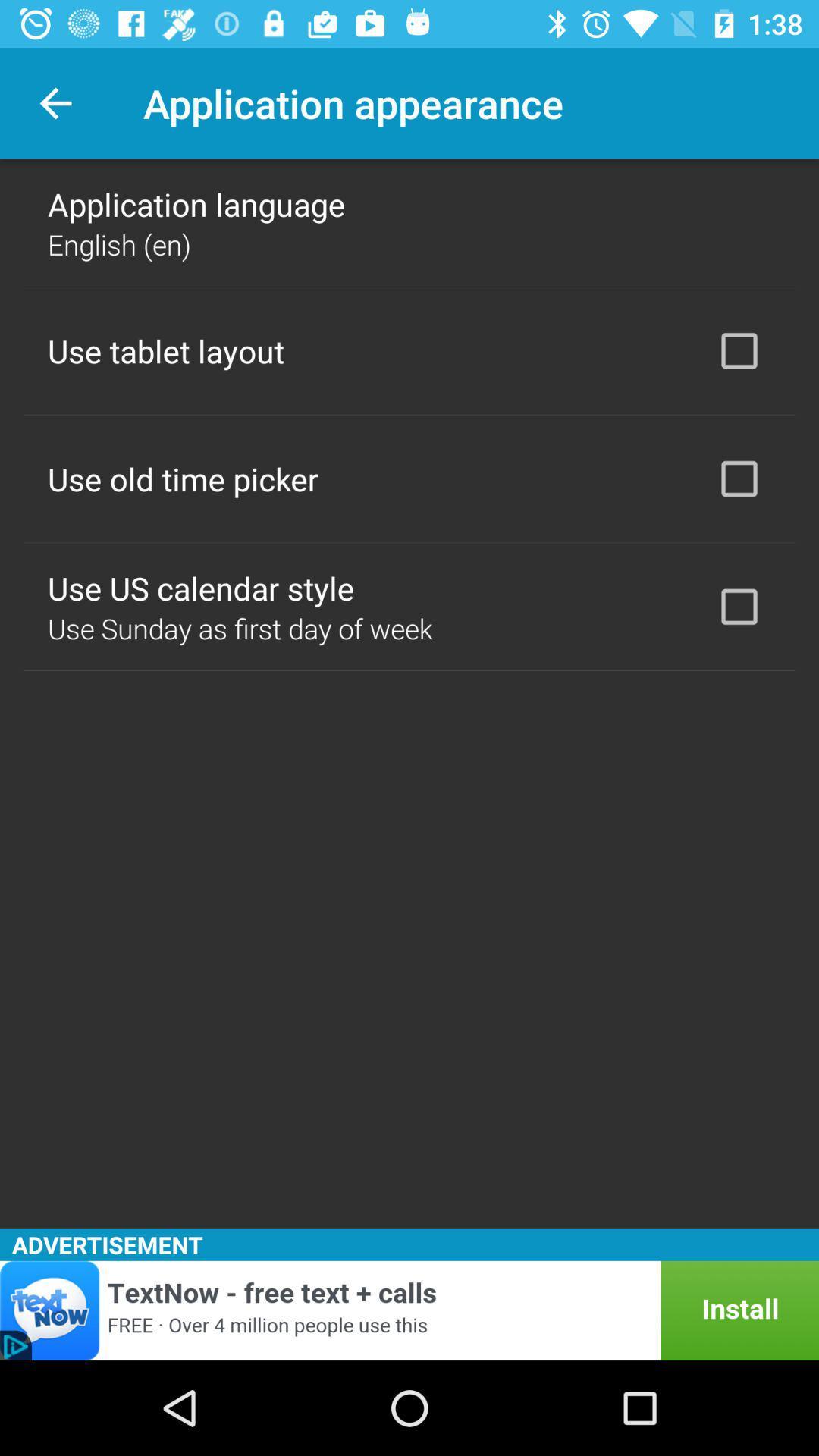 This screenshot has width=819, height=1456. What do you see at coordinates (55, 102) in the screenshot?
I see `item at the top left corner` at bounding box center [55, 102].